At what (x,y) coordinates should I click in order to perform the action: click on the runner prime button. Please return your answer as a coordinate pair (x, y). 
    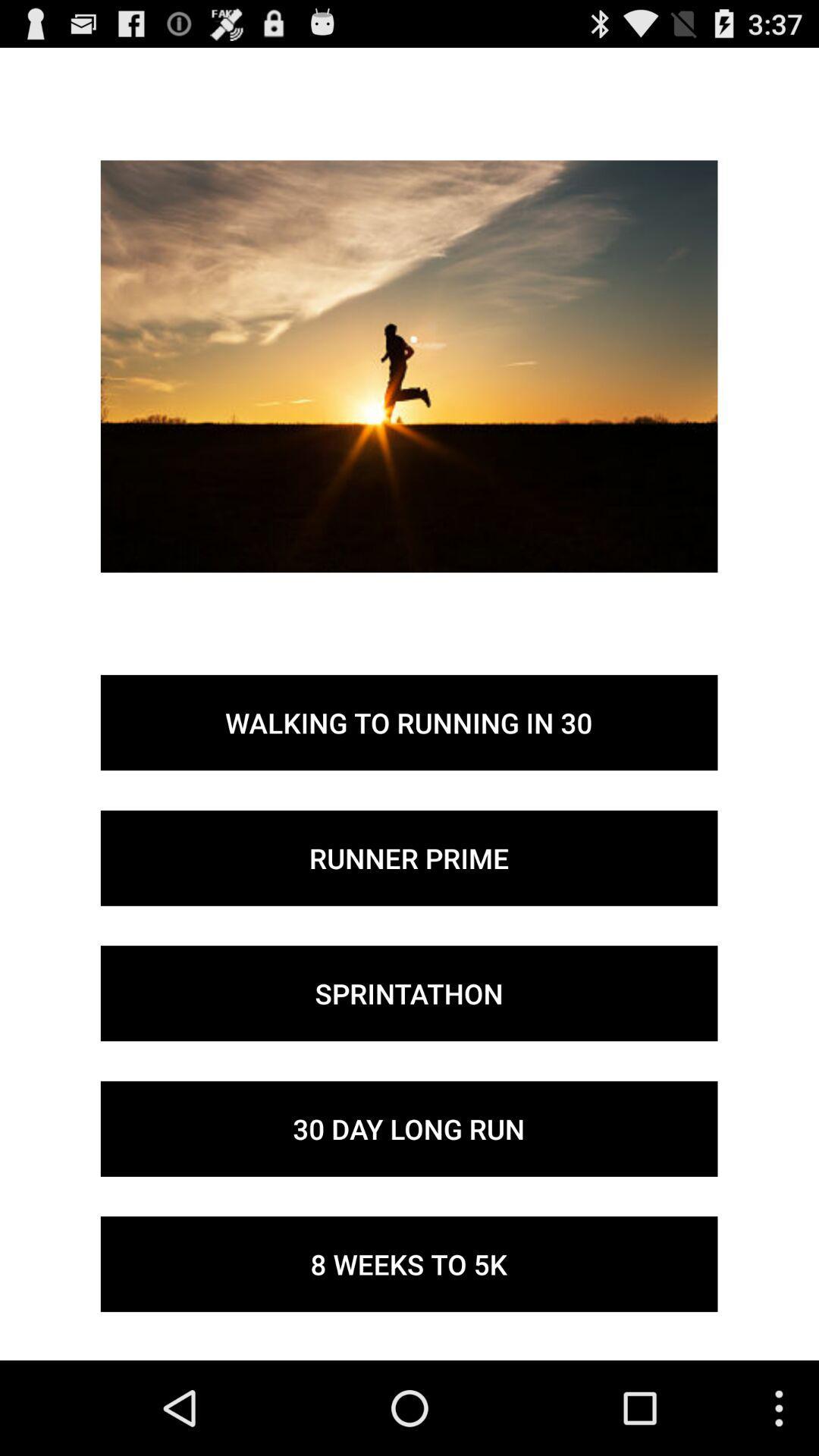
    Looking at the image, I should click on (408, 858).